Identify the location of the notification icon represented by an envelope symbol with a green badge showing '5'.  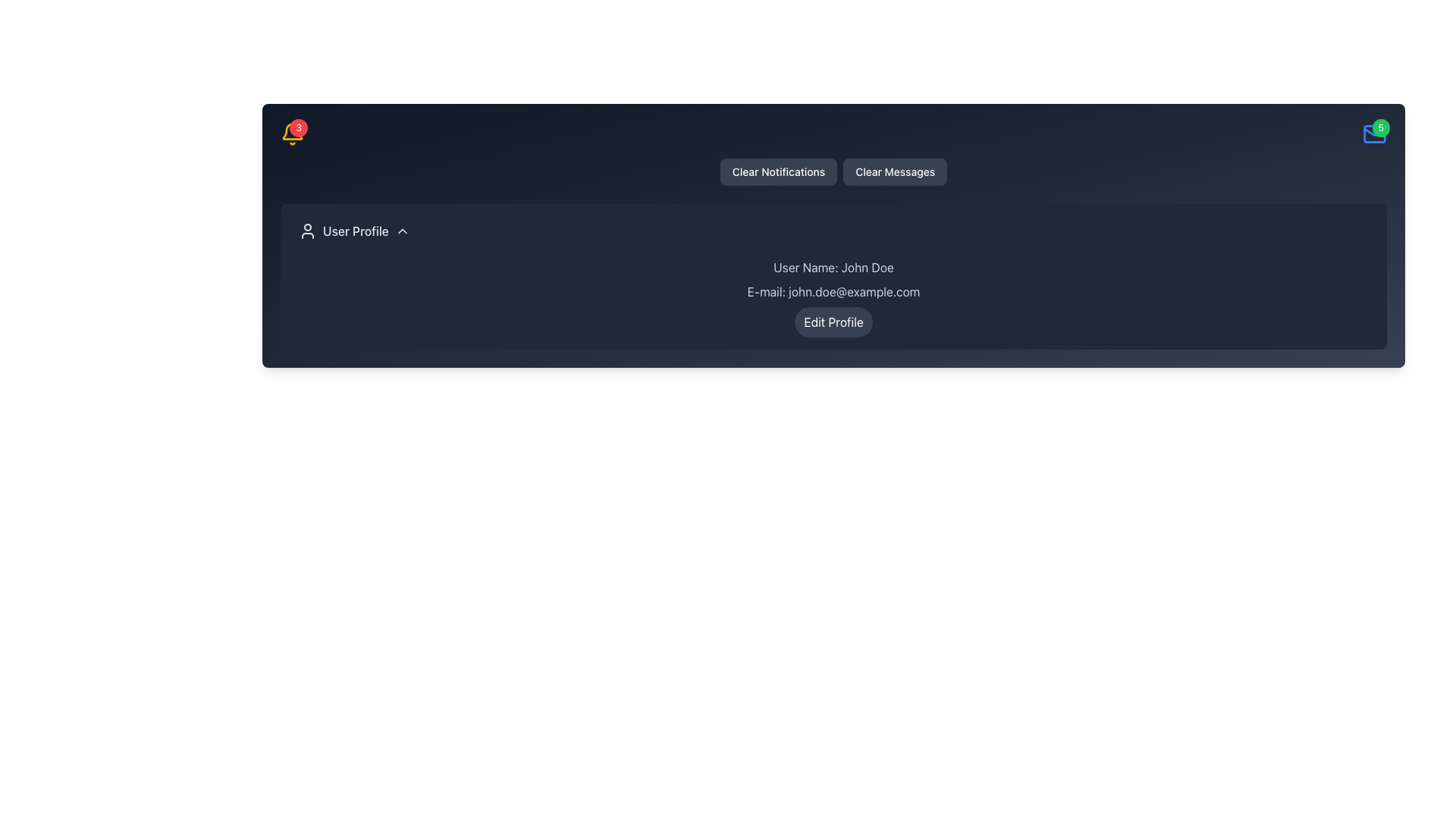
(1375, 133).